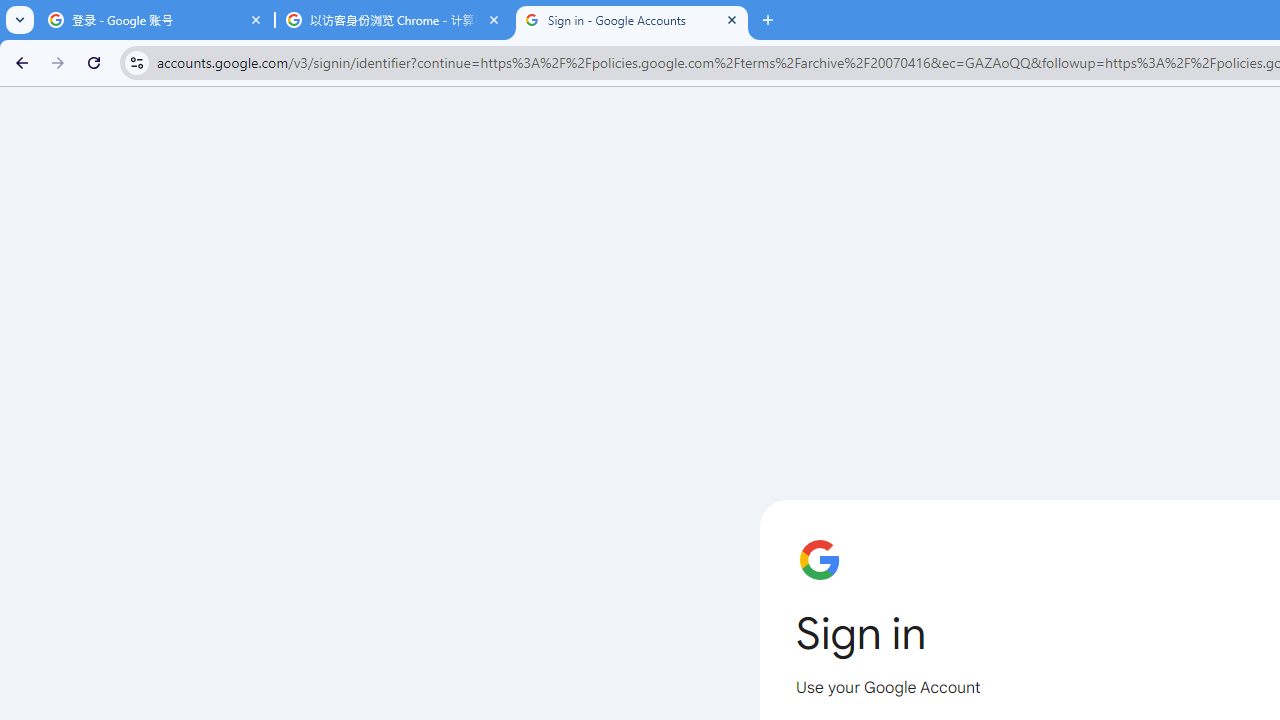 The height and width of the screenshot is (720, 1280). Describe the element at coordinates (631, 20) in the screenshot. I see `'Sign in - Google Accounts'` at that location.